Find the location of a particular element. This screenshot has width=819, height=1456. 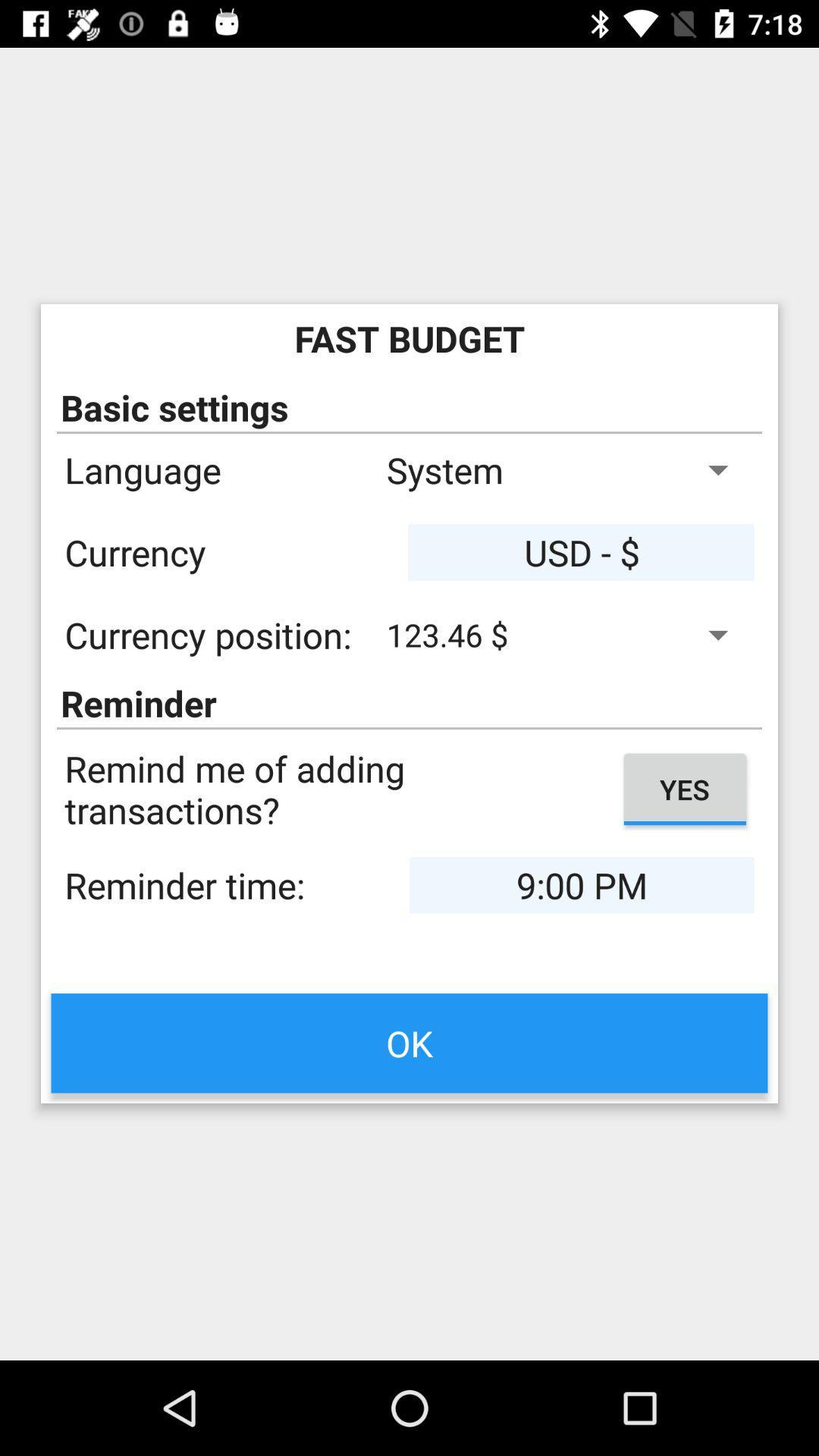

usd is located at coordinates (581, 552).